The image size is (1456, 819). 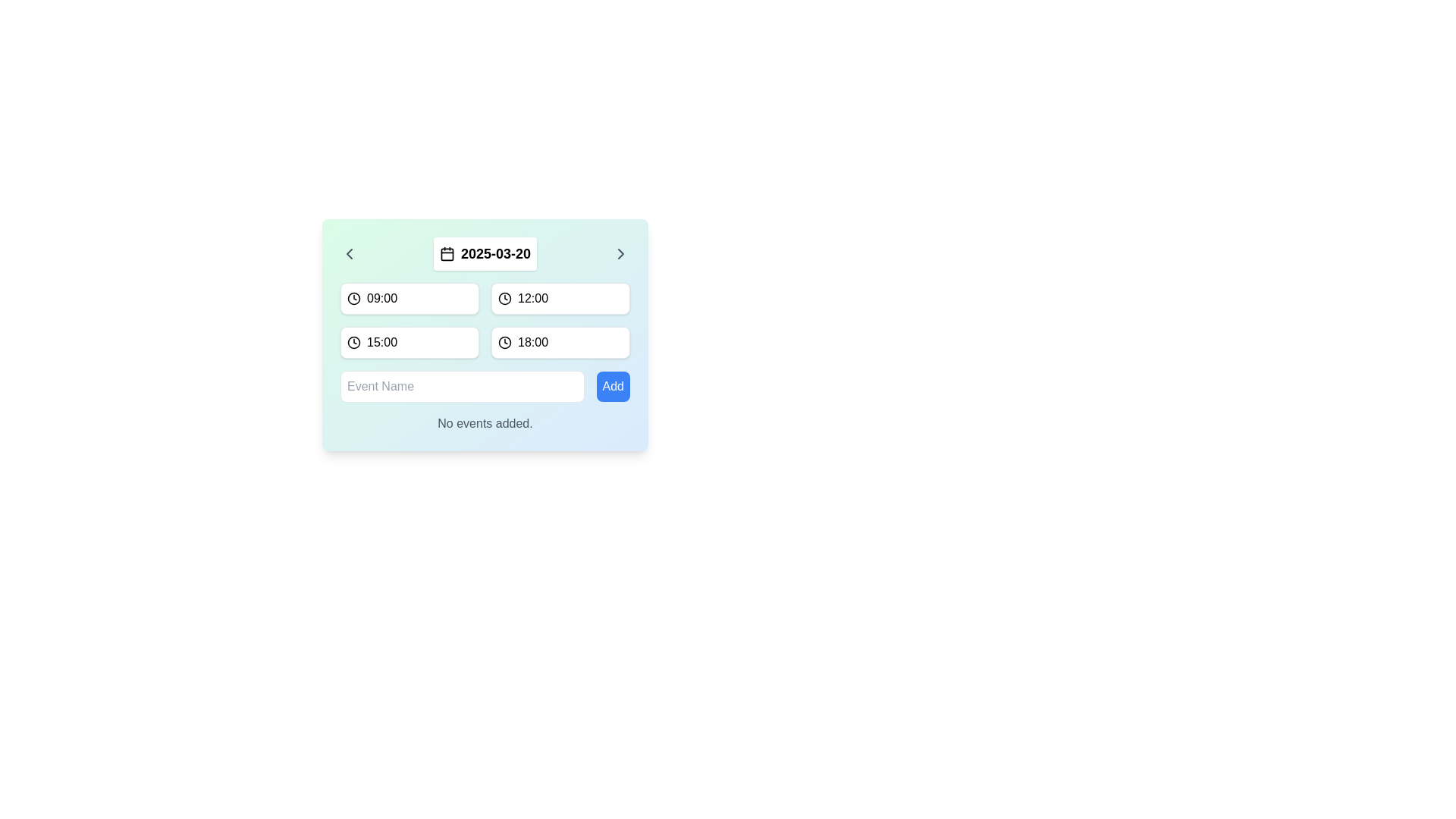 What do you see at coordinates (447, 253) in the screenshot?
I see `the calendar icon located to the left of the date label '2025-03-20', characterized by its minimalistic design and monochrome appearance` at bounding box center [447, 253].